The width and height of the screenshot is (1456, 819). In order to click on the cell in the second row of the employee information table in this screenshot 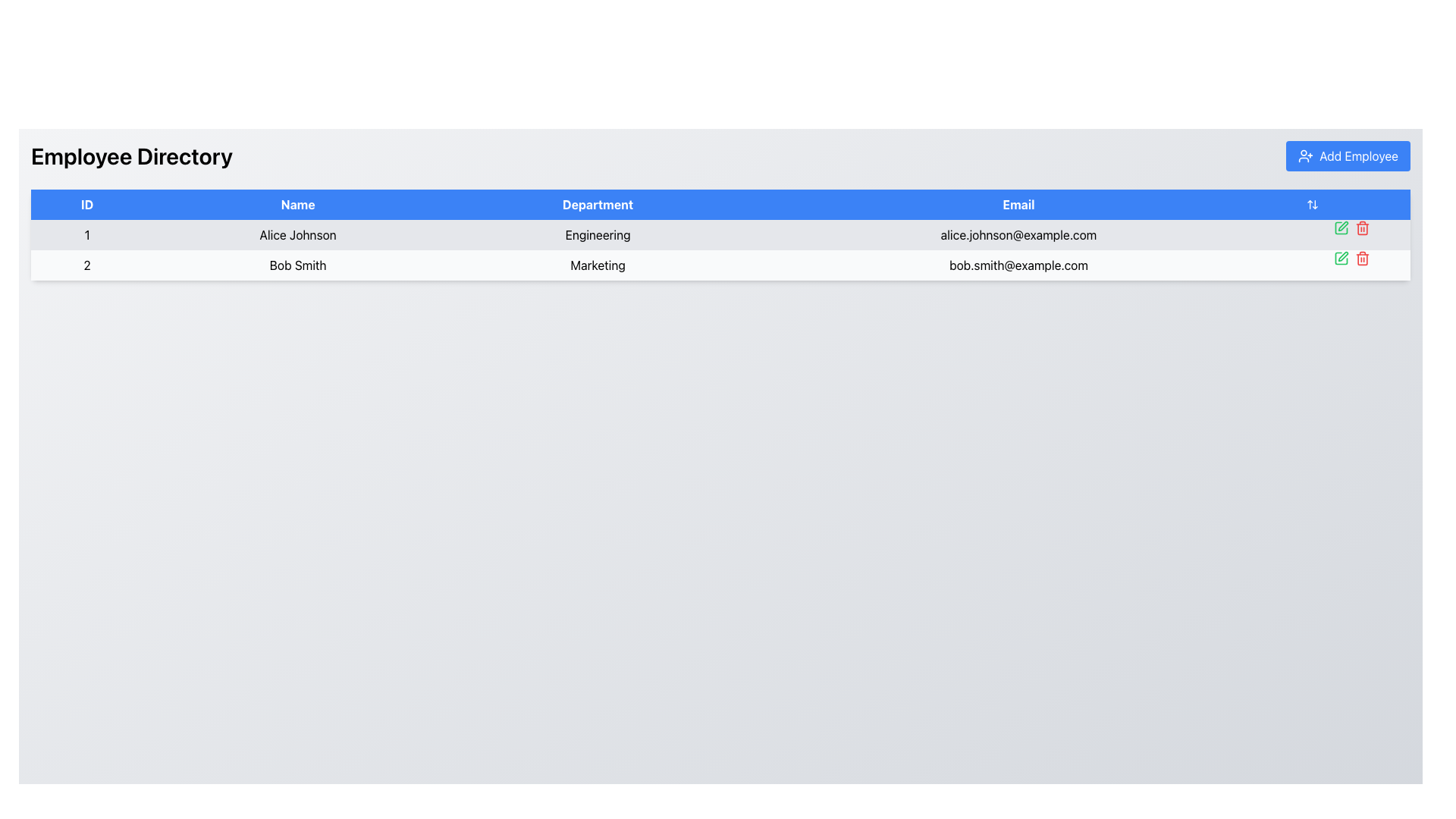, I will do `click(720, 265)`.